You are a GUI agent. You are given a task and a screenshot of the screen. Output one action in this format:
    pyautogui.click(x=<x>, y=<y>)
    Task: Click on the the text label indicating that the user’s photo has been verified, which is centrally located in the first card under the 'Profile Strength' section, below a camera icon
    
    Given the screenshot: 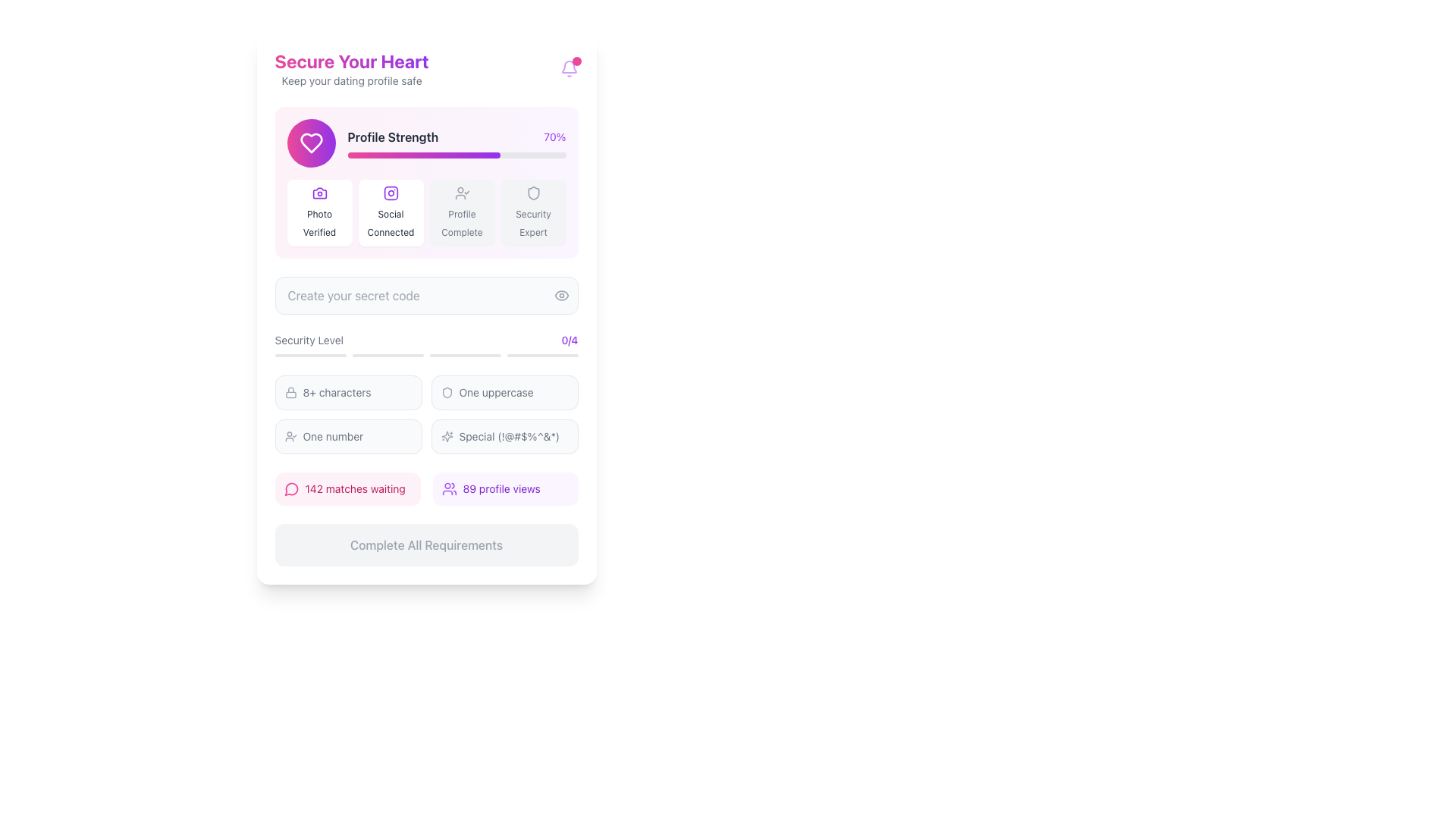 What is the action you would take?
    pyautogui.click(x=318, y=223)
    